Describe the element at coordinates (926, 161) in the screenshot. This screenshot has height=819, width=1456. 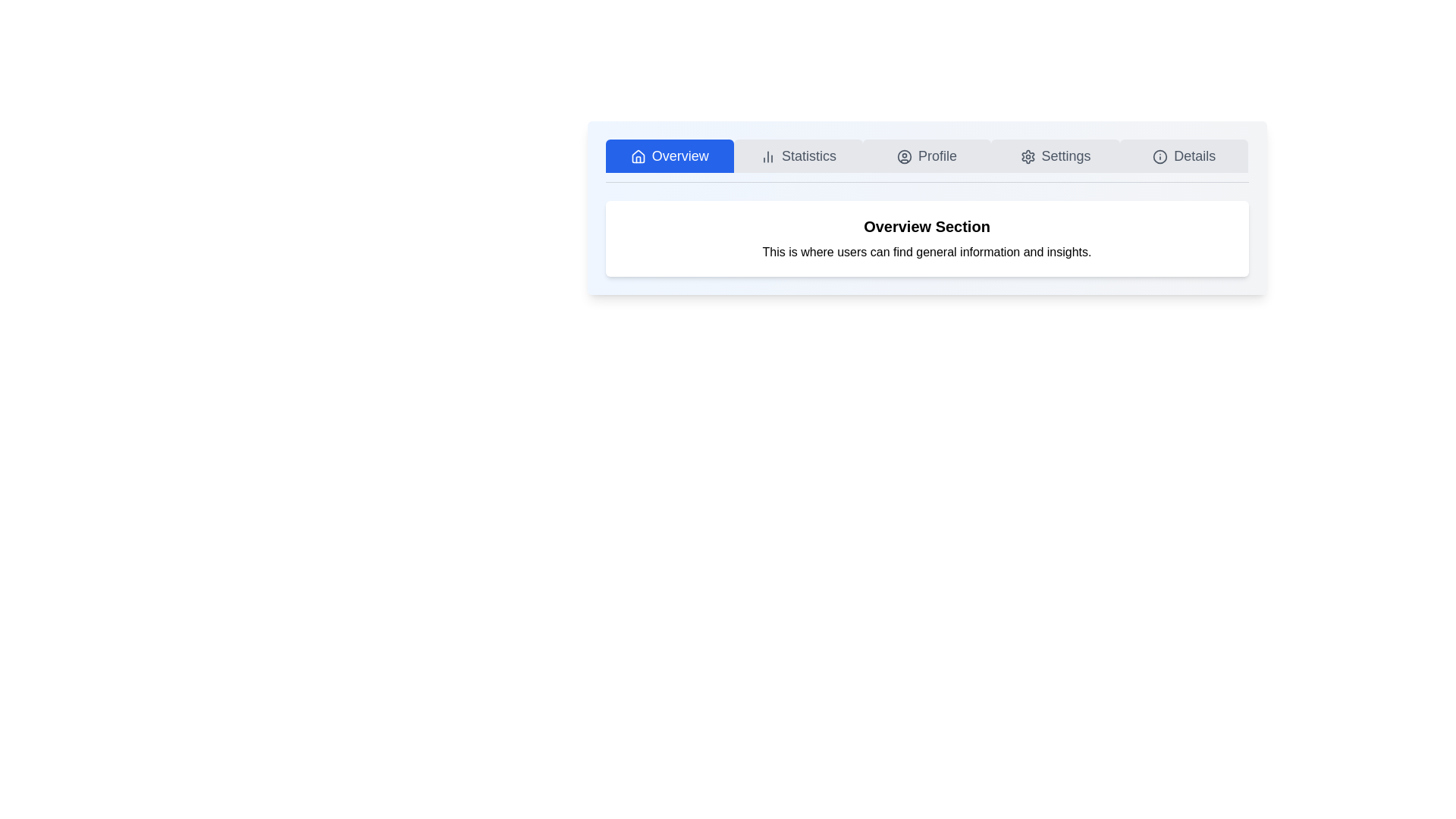
I see `the navigation tab labeled 'Profile'` at that location.